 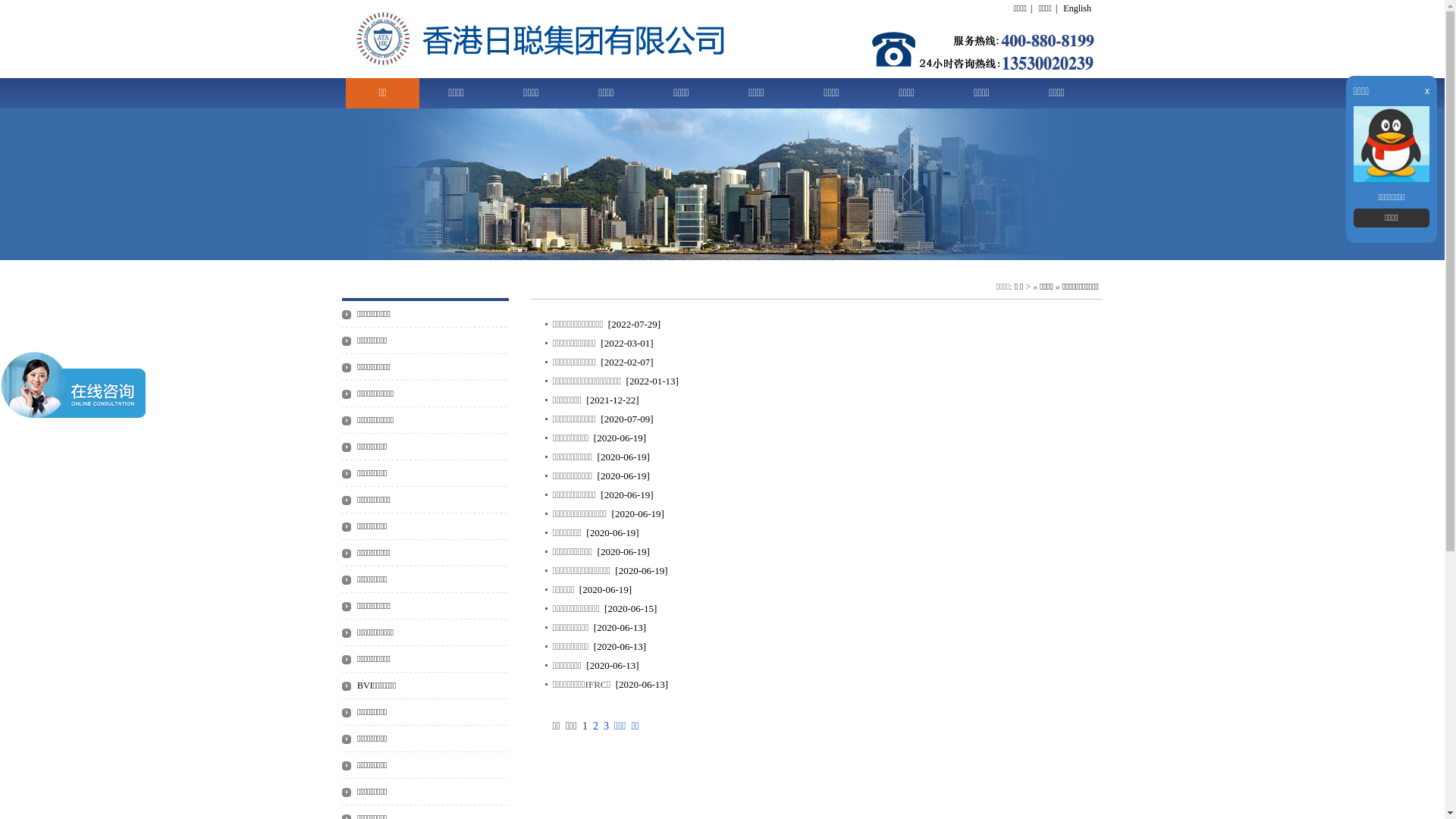 What do you see at coordinates (1076, 8) in the screenshot?
I see `'English'` at bounding box center [1076, 8].